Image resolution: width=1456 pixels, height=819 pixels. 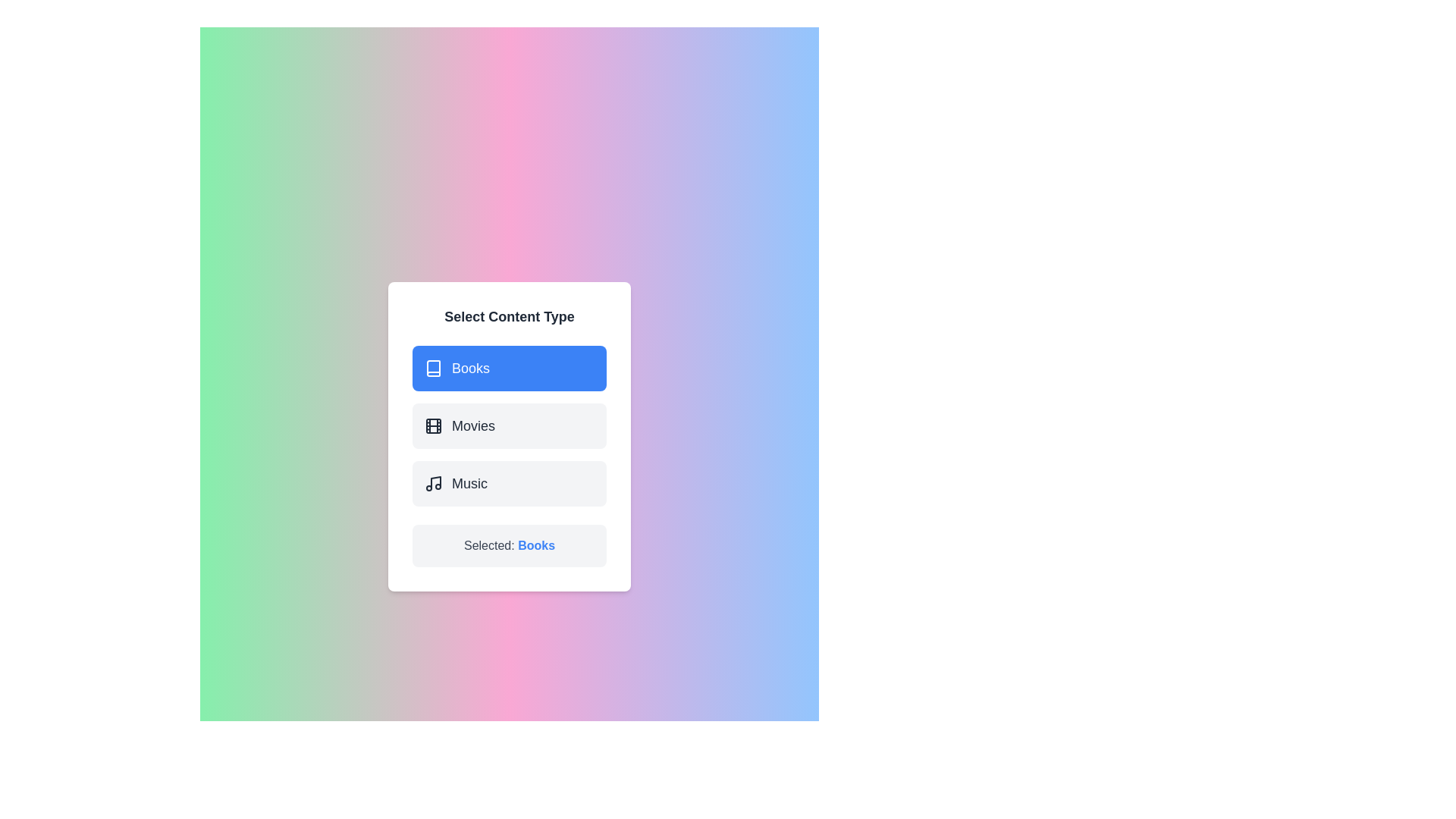 I want to click on the static text element that displays the currently selected content type, located at the bottom of the white card UI component, so click(x=510, y=546).